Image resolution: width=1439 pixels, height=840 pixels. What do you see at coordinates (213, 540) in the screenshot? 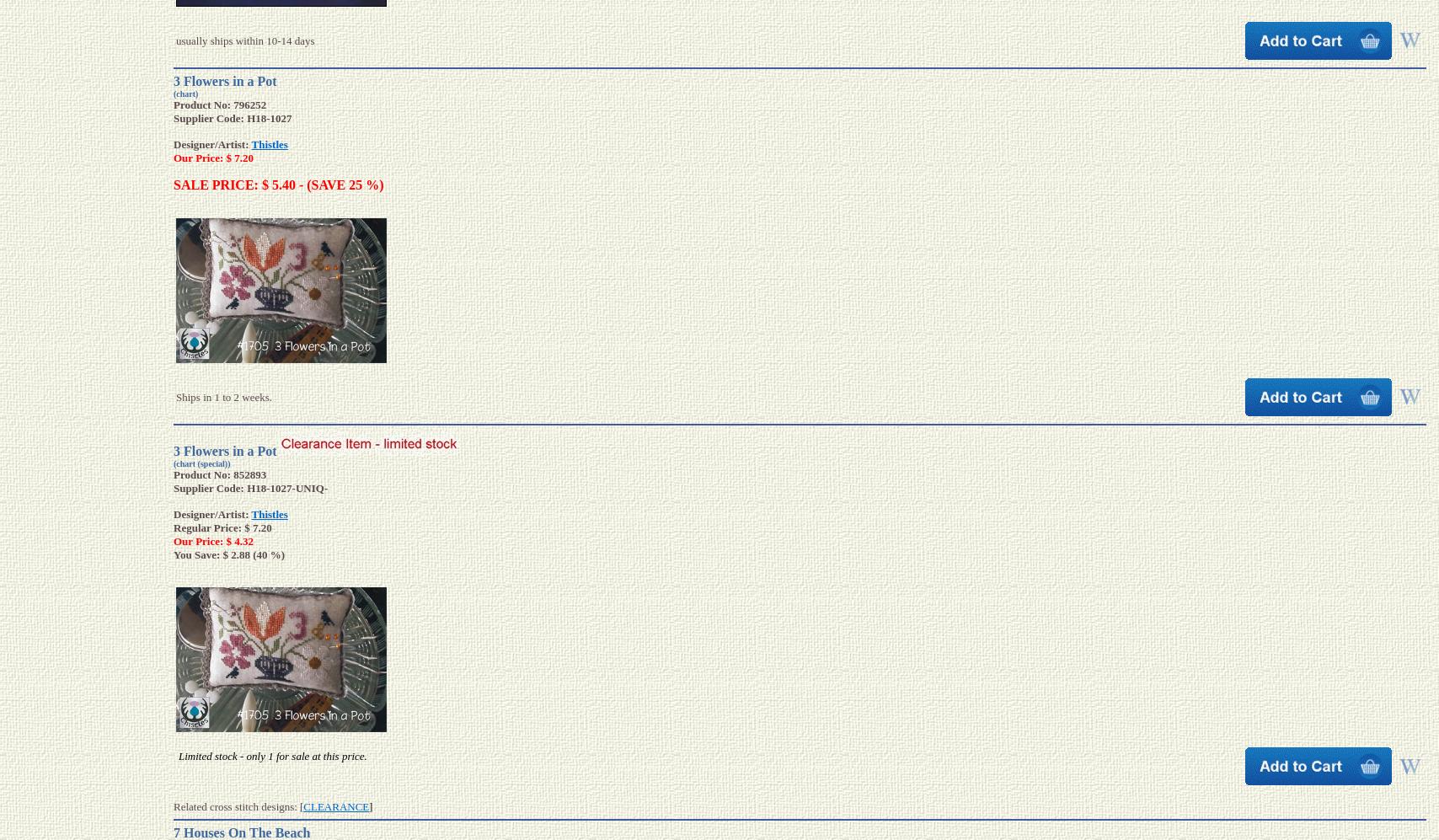
I see `'Our Price: $ 4.32'` at bounding box center [213, 540].